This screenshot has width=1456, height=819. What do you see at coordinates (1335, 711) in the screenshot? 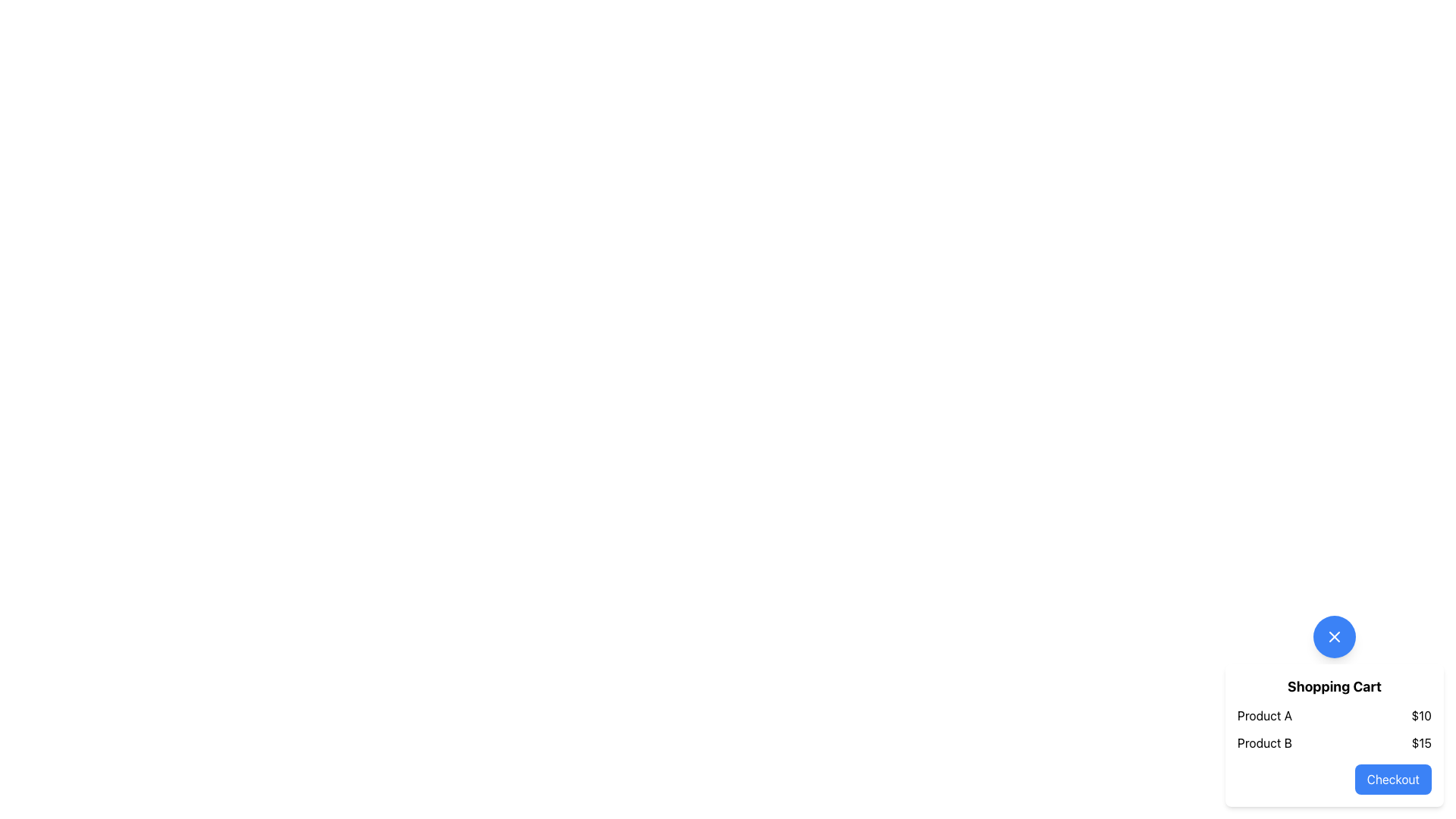
I see `the product in the shopping cart interface` at bounding box center [1335, 711].